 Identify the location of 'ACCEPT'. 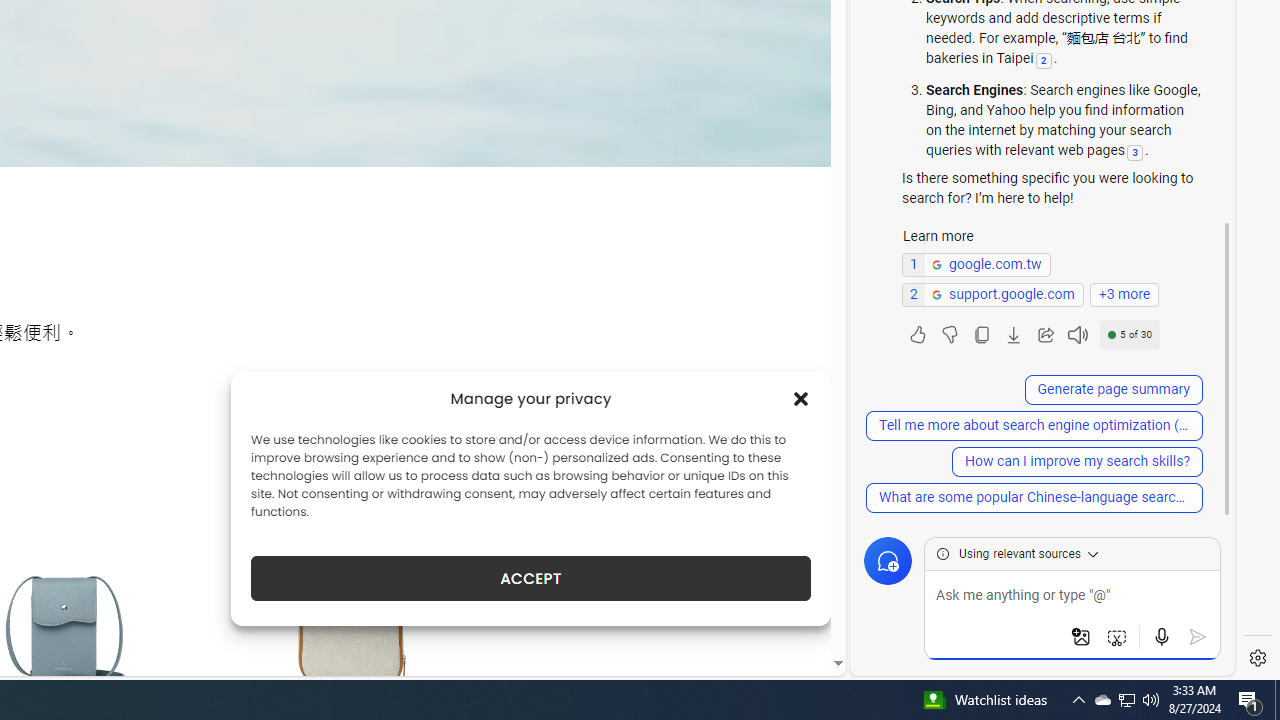
(531, 578).